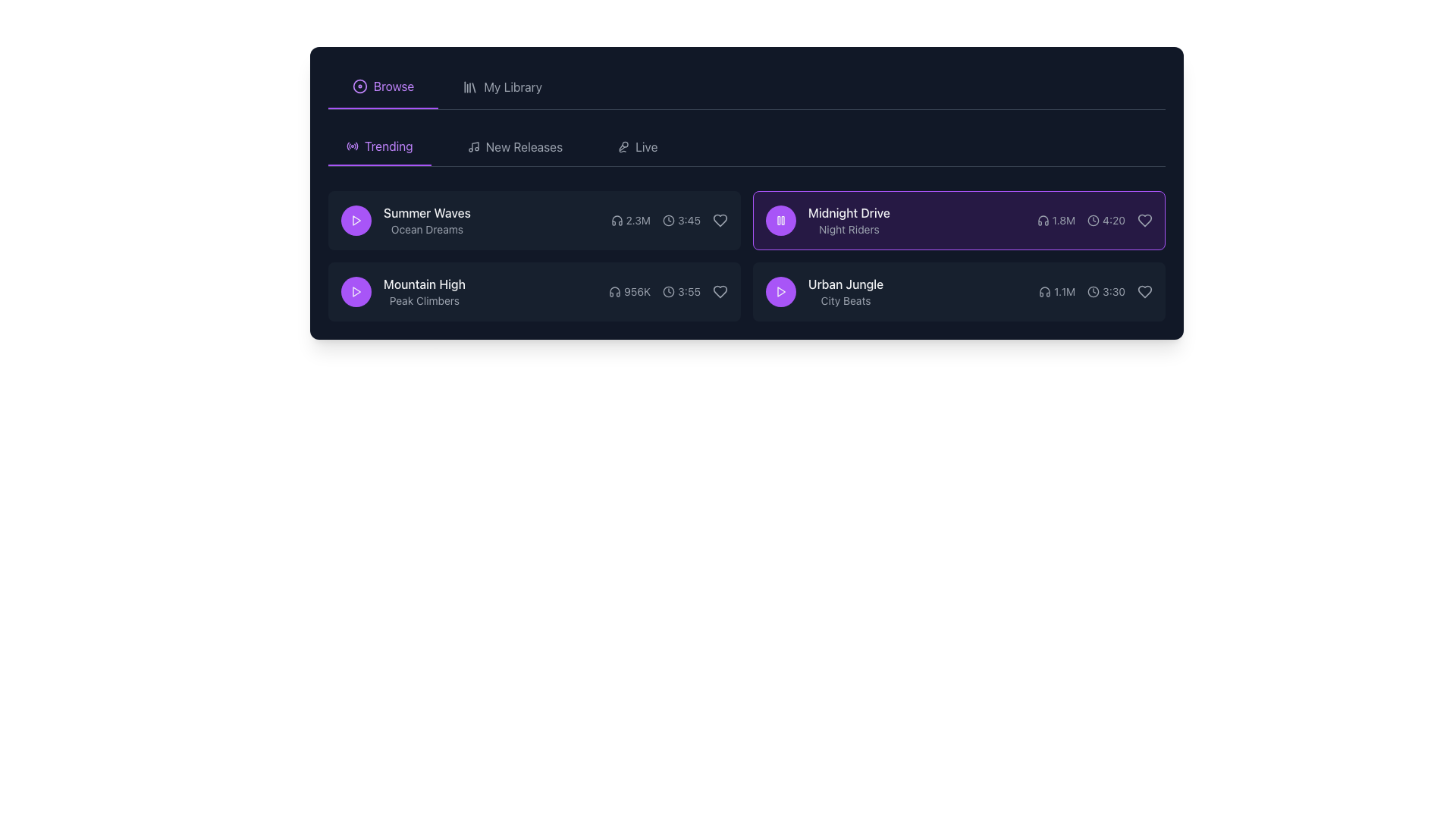  I want to click on the pause button icon in the top-right corner of the 'Midnight Drive' song entry, so click(781, 220).